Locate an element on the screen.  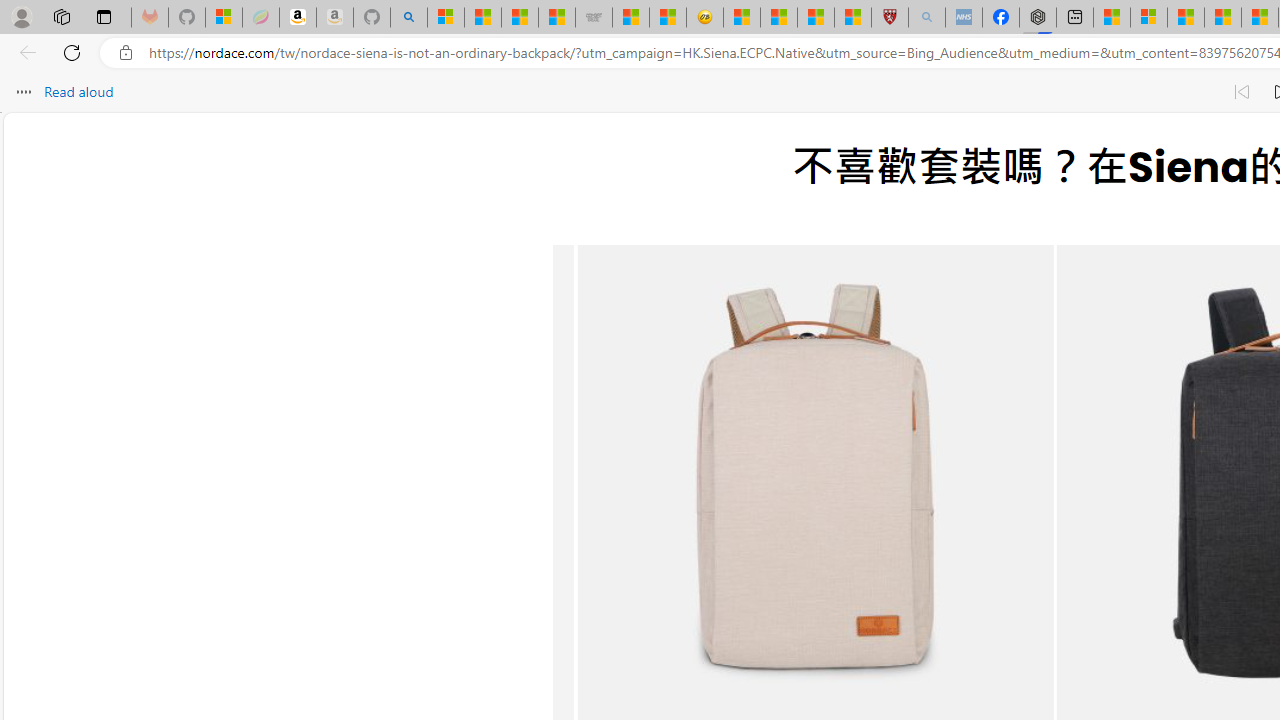
'Nordace - Nordace Siena Is Not An Ordinary Backpack' is located at coordinates (1038, 17).